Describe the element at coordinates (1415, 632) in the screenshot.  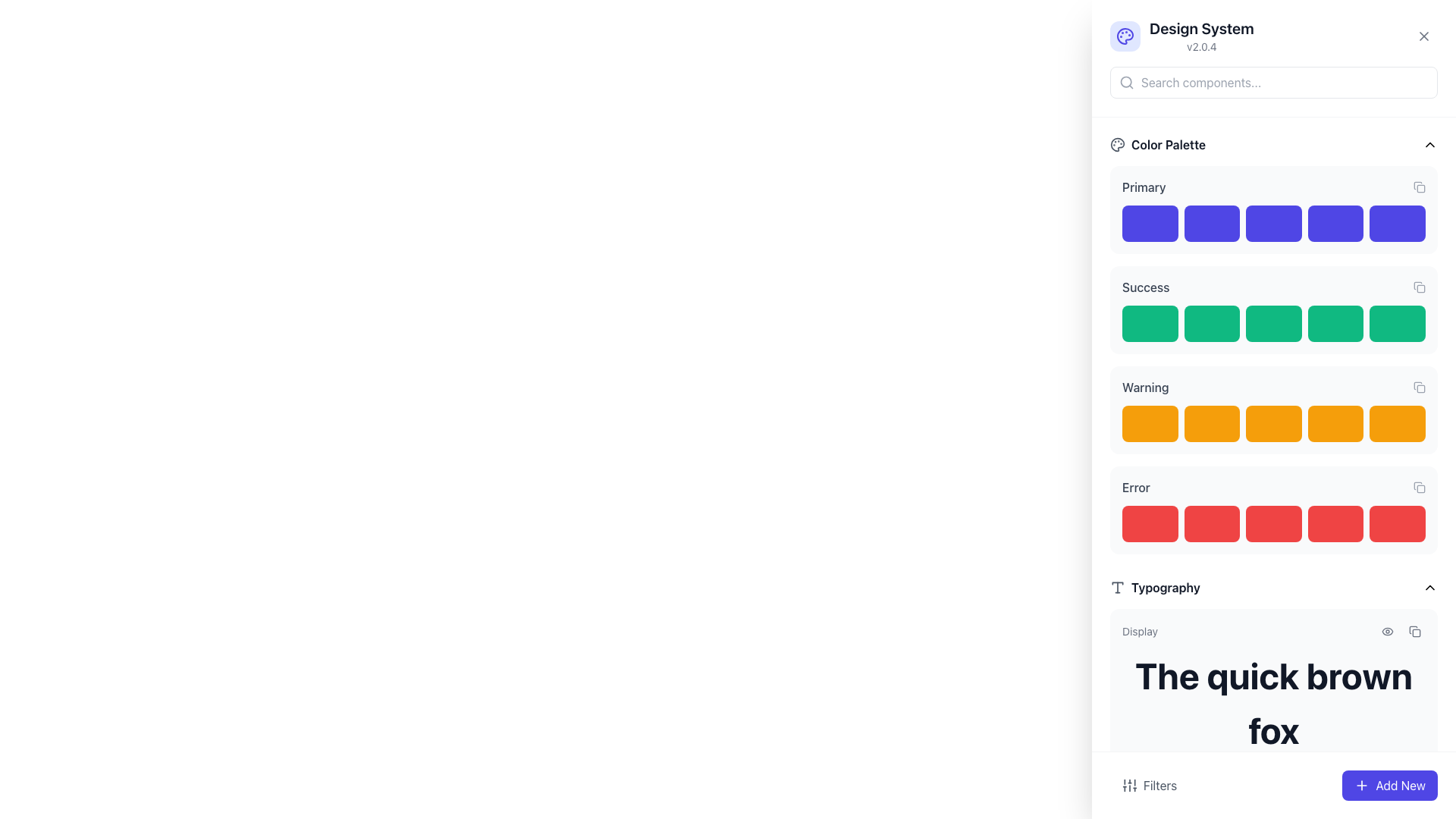
I see `styling or properties of the copy icon located next to the 'Display' section heading in the upper-right corner` at that location.